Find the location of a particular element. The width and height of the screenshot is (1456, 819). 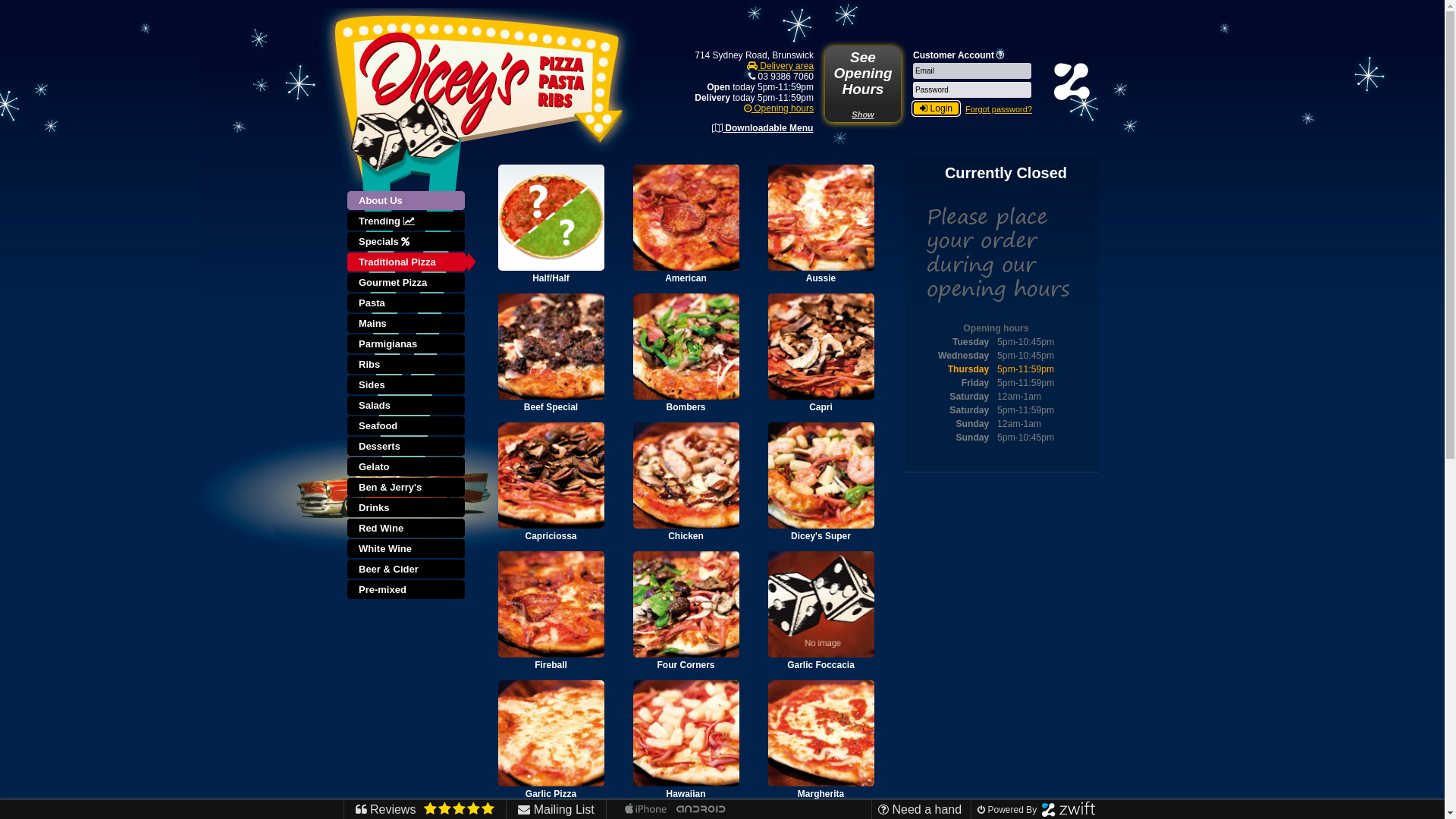

'Trending' is located at coordinates (346, 221).